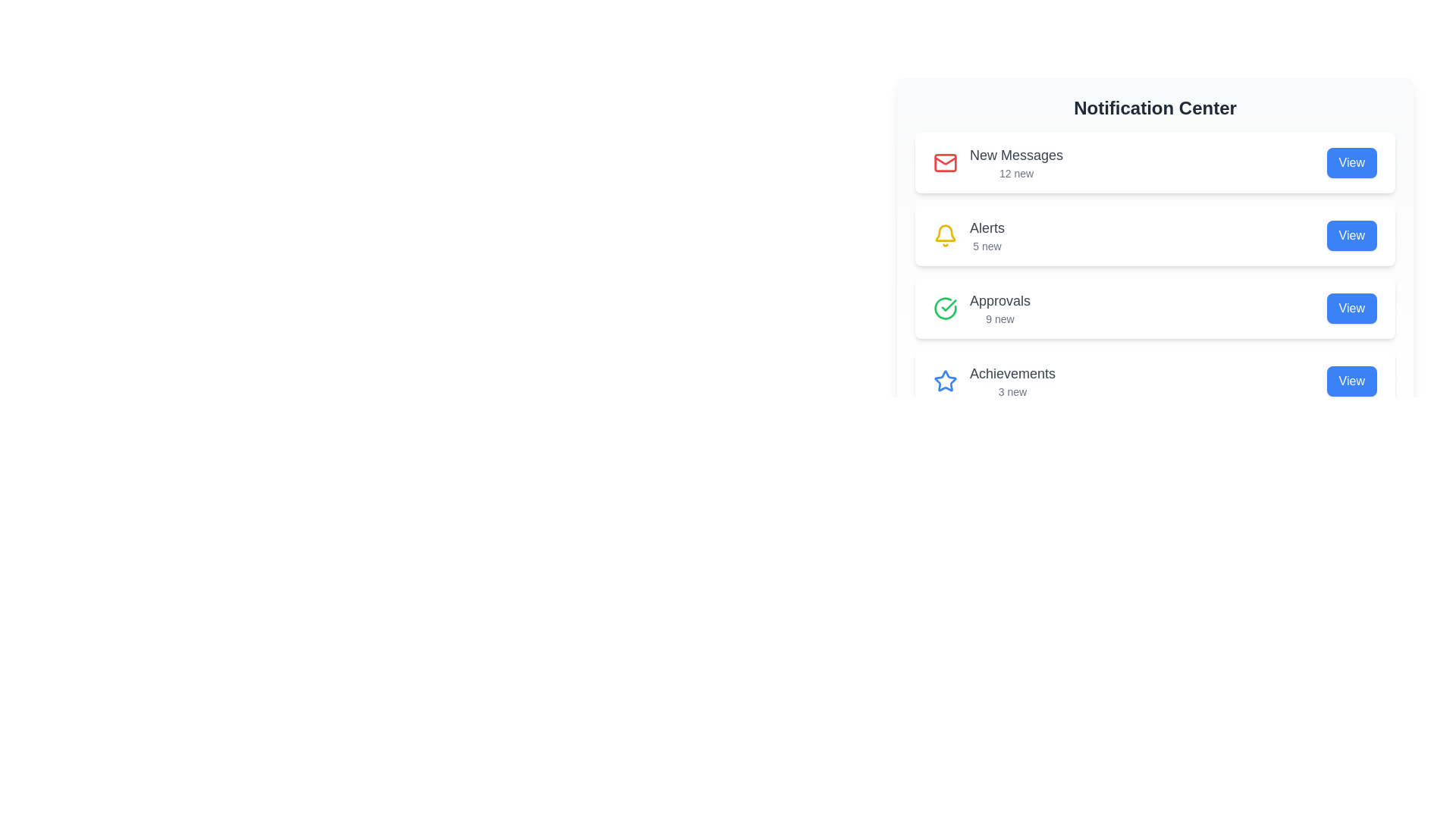  What do you see at coordinates (994, 380) in the screenshot?
I see `the Notification summary element that shows 'Achievements' with 3 new items, positioned before the 'View' button` at bounding box center [994, 380].